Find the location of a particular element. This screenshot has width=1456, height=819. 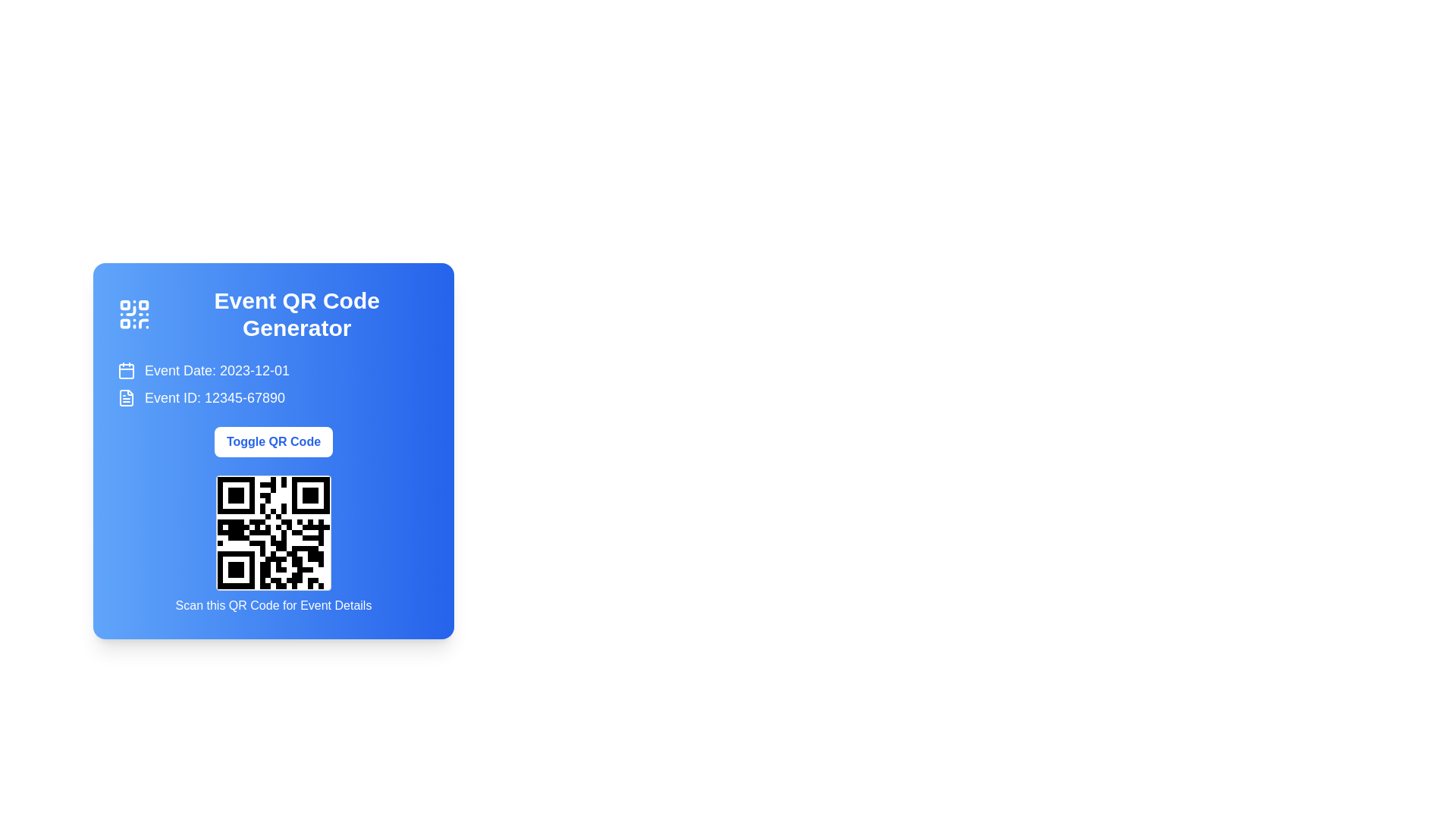

the QR code icon located on the left side of the 'Event QR Code Generator' section, which features a clean and minimalistic design with small square elements is located at coordinates (134, 314).